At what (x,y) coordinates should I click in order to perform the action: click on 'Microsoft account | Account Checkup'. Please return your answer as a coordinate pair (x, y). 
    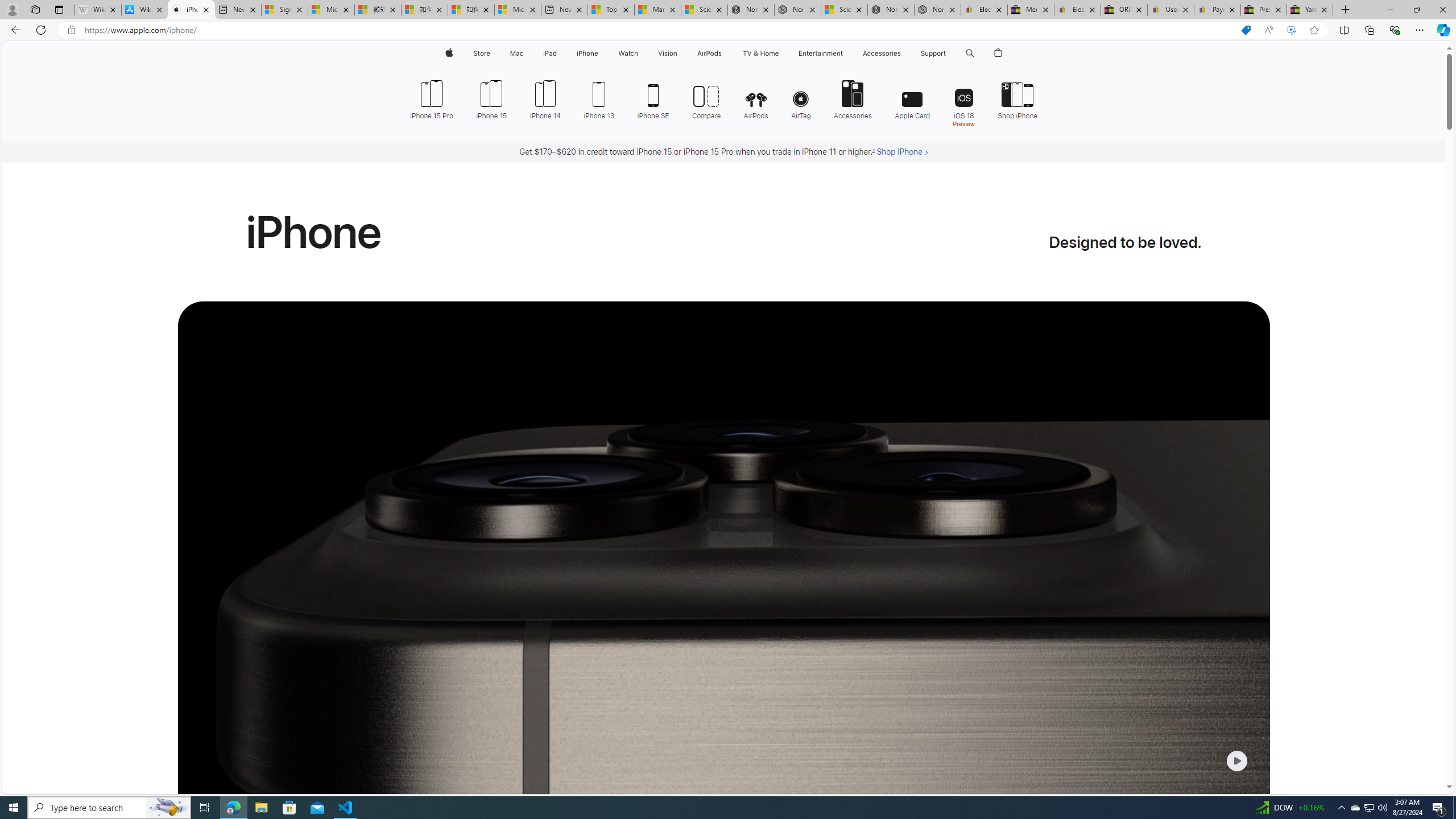
    Looking at the image, I should click on (517, 9).